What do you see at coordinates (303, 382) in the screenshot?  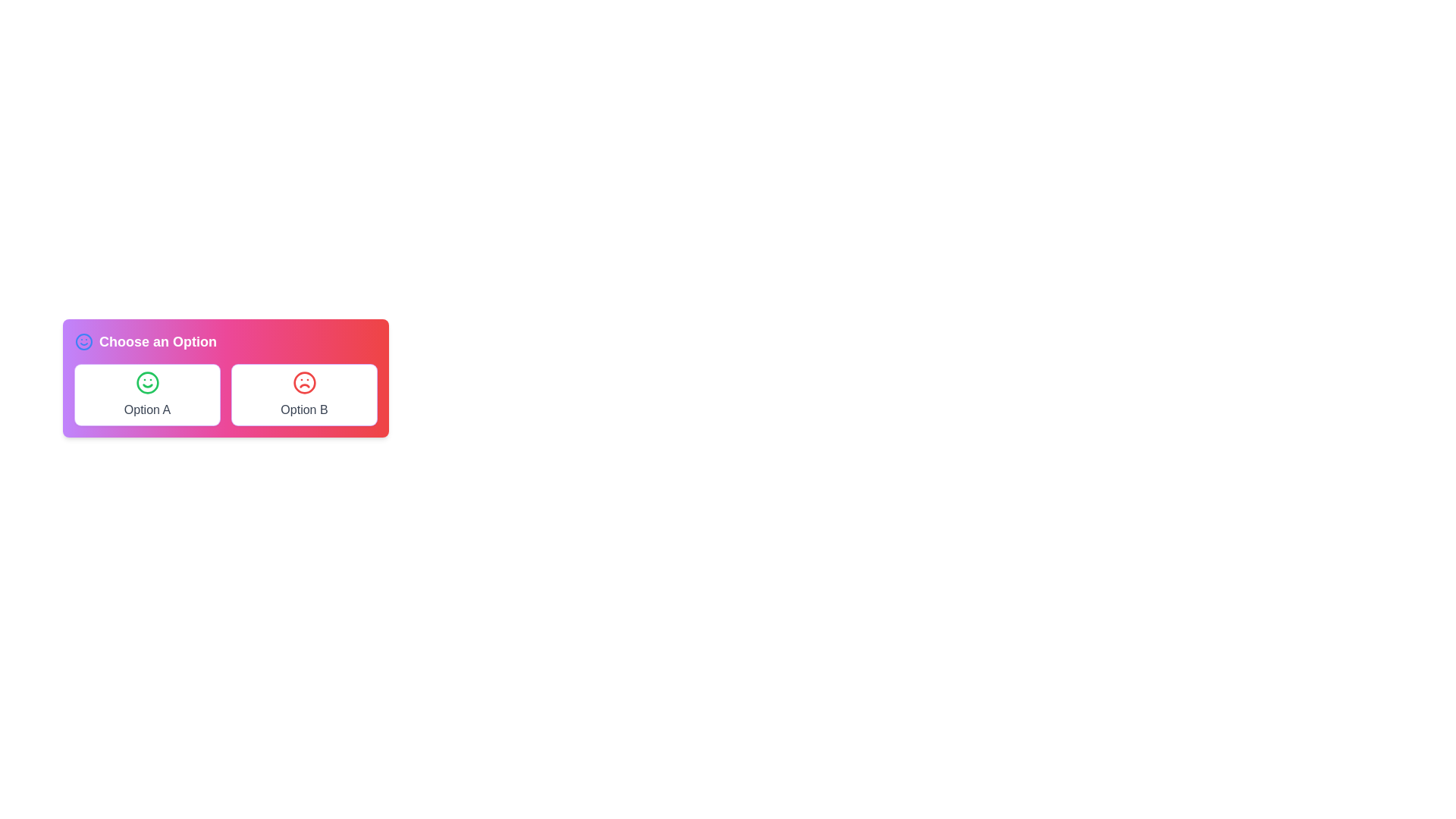 I see `the visual representation of the SVG Circle that forms the central component of the frown face icon for Option B in the selection panel` at bounding box center [303, 382].